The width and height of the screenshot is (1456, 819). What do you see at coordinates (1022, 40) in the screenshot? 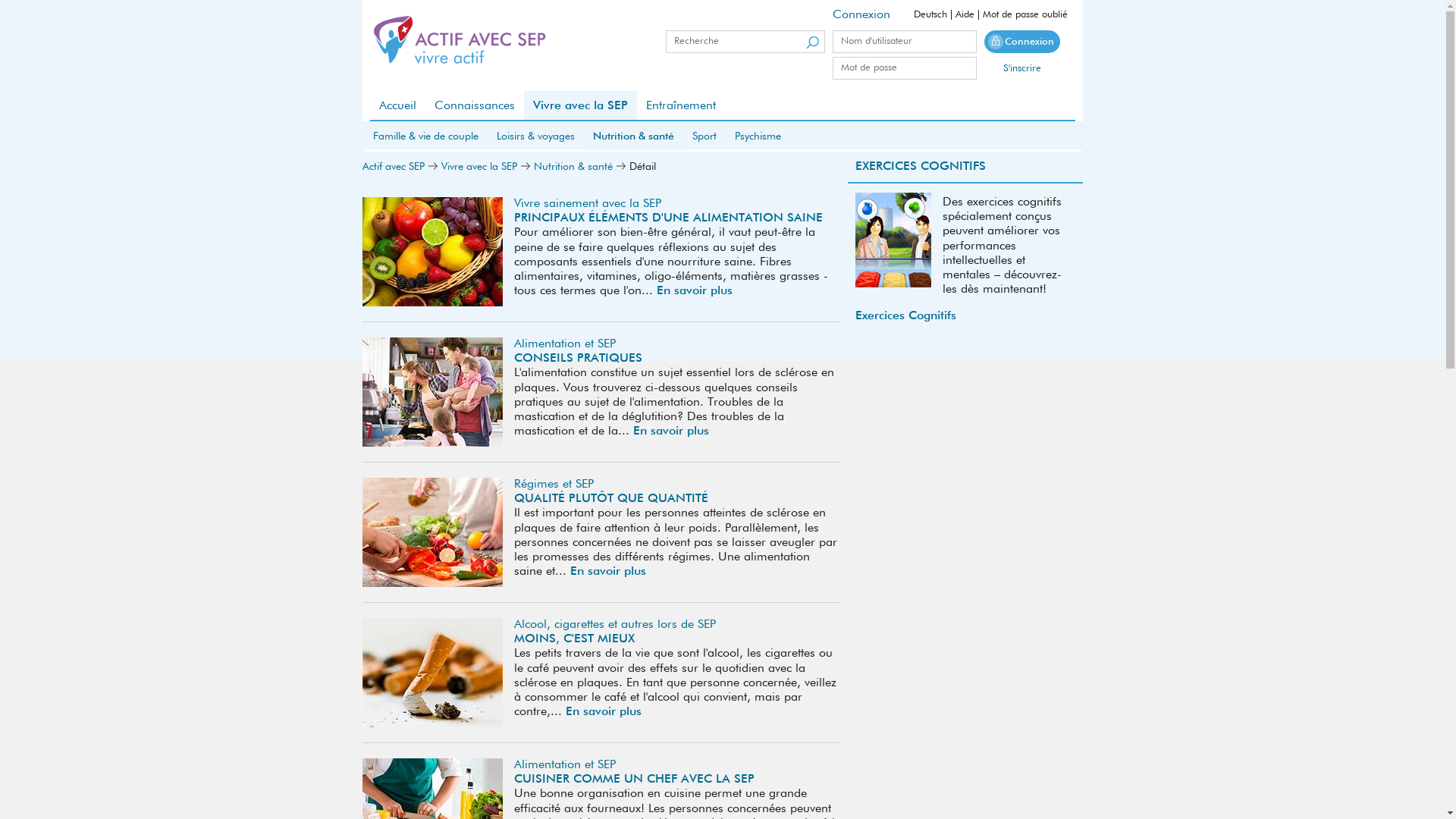
I see `'Connexion'` at bounding box center [1022, 40].